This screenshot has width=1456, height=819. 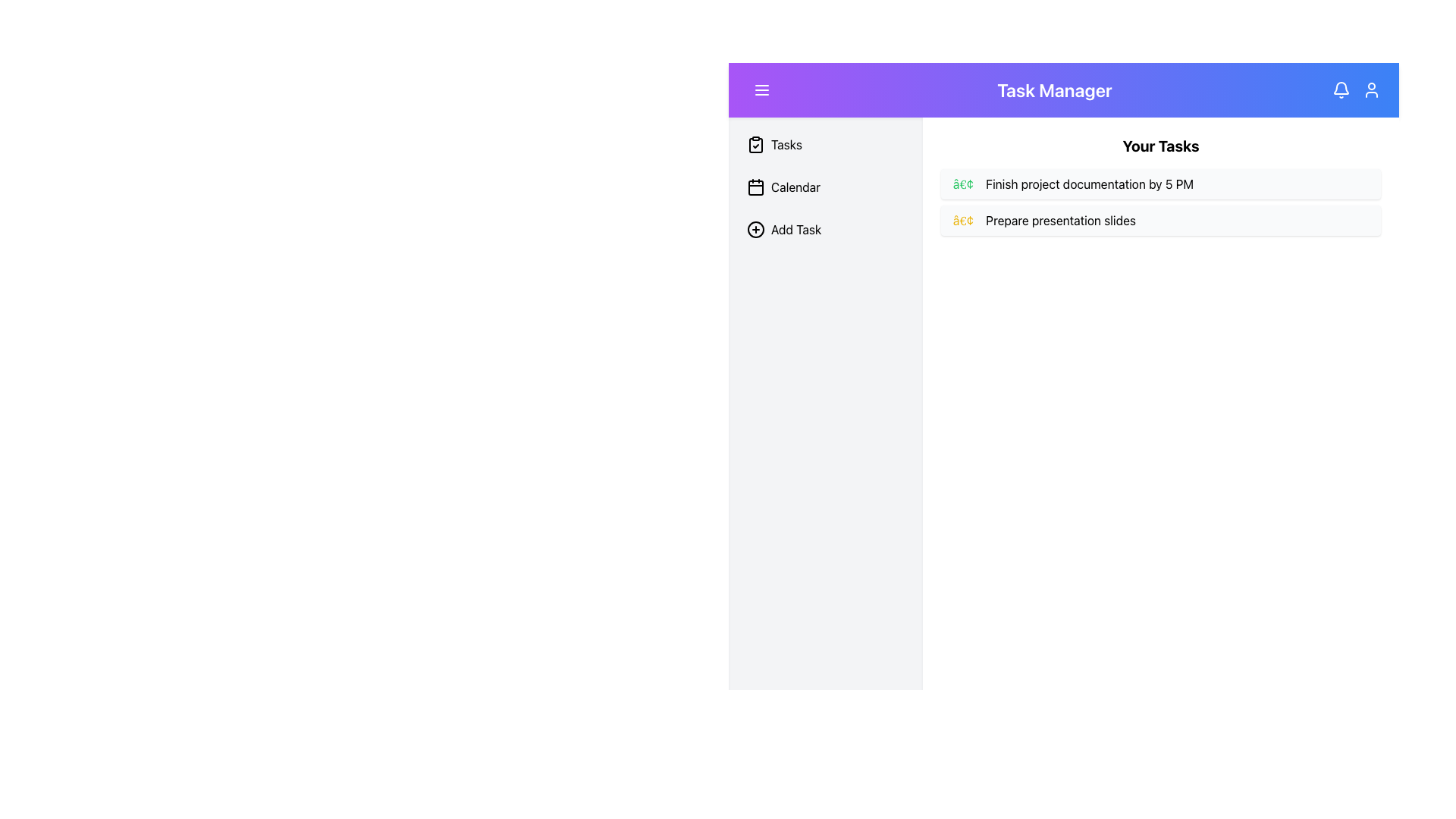 What do you see at coordinates (761, 90) in the screenshot?
I see `the Hamburger Menu icon located at the top left corner of the purple header bar to make it highlighted` at bounding box center [761, 90].